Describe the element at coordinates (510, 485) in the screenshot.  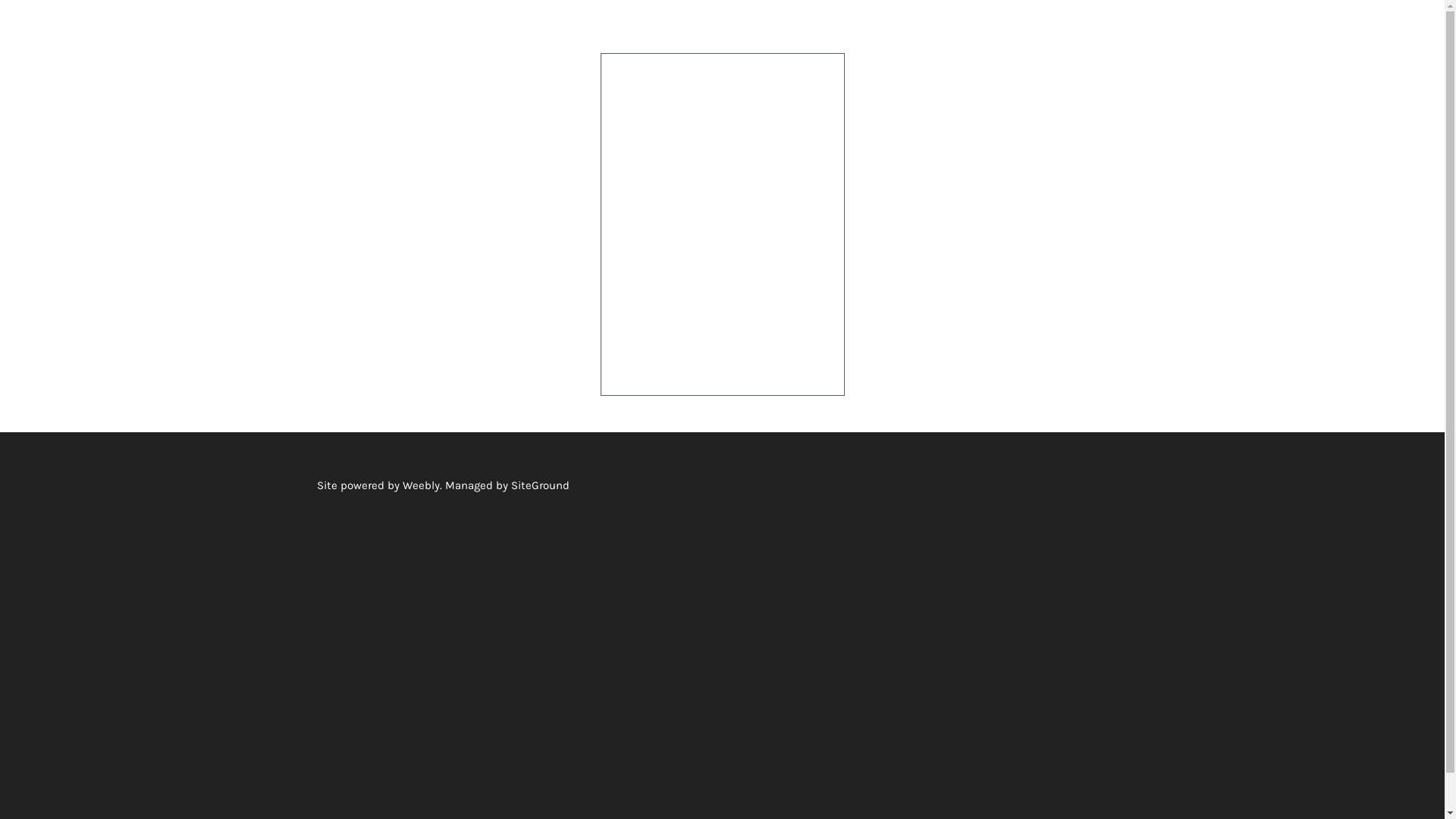
I see `'SiteGround'` at that location.